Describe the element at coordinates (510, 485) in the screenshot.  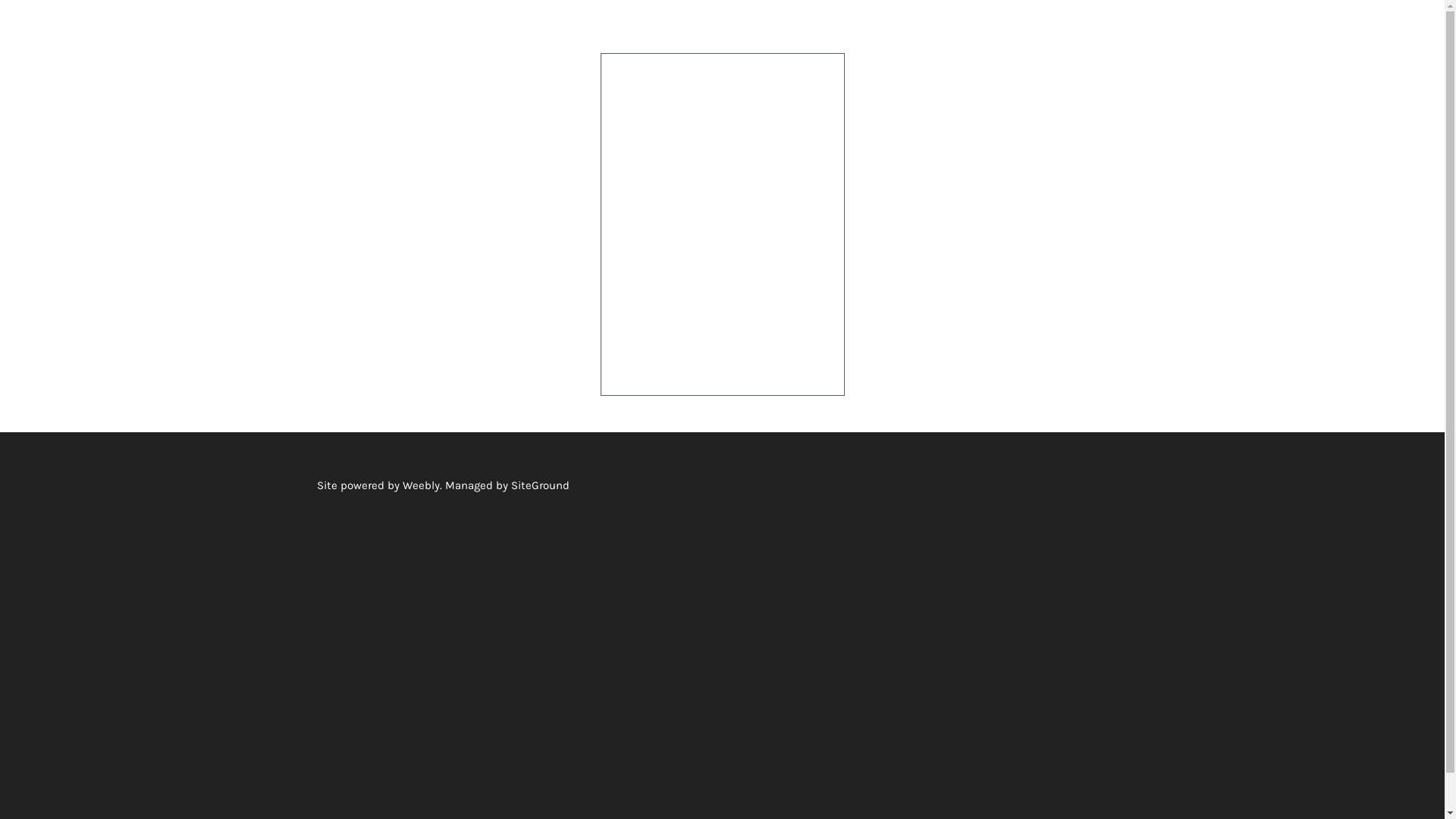
I see `'SiteGround'` at that location.